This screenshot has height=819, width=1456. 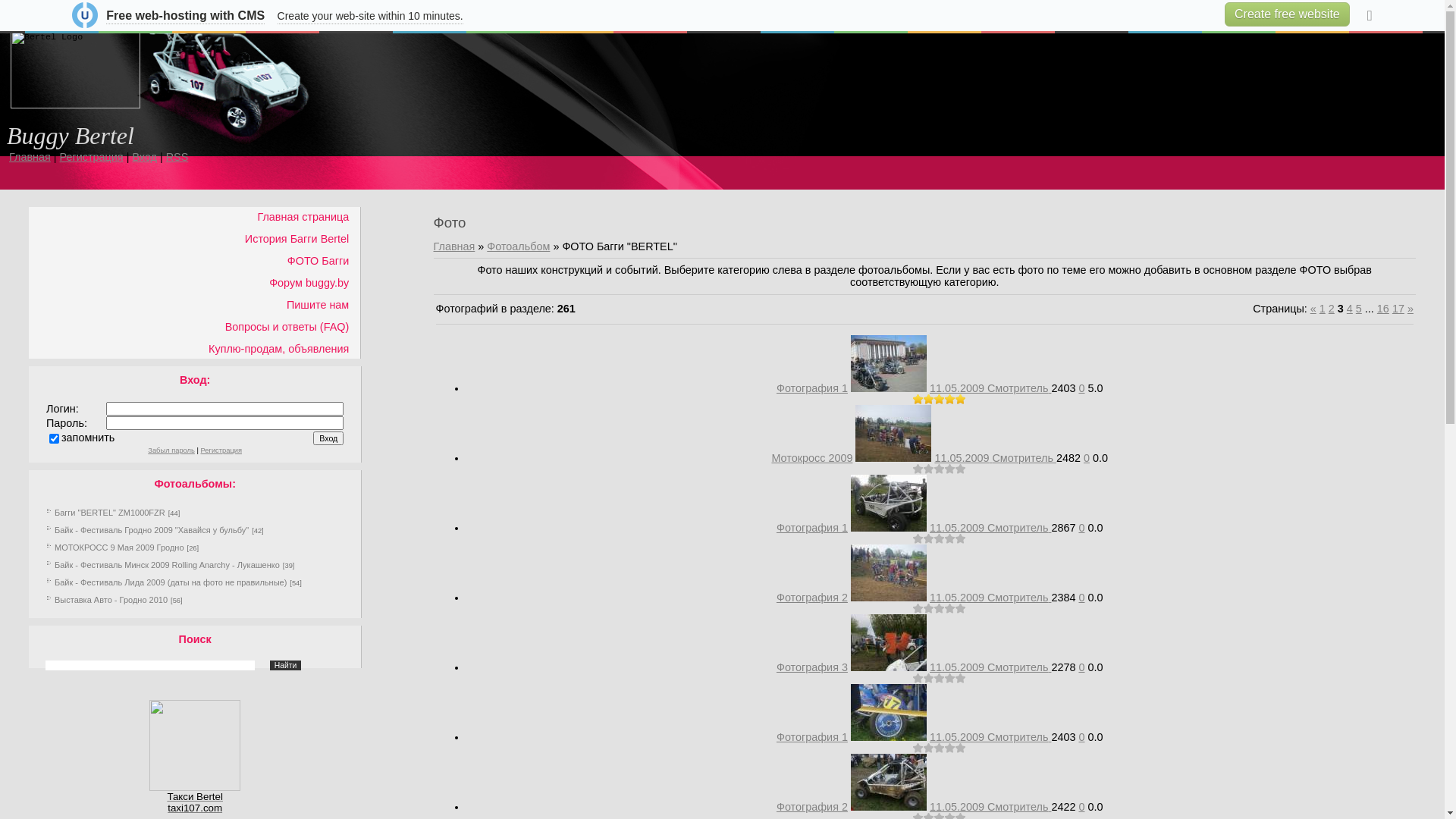 I want to click on '16', so click(x=1376, y=308).